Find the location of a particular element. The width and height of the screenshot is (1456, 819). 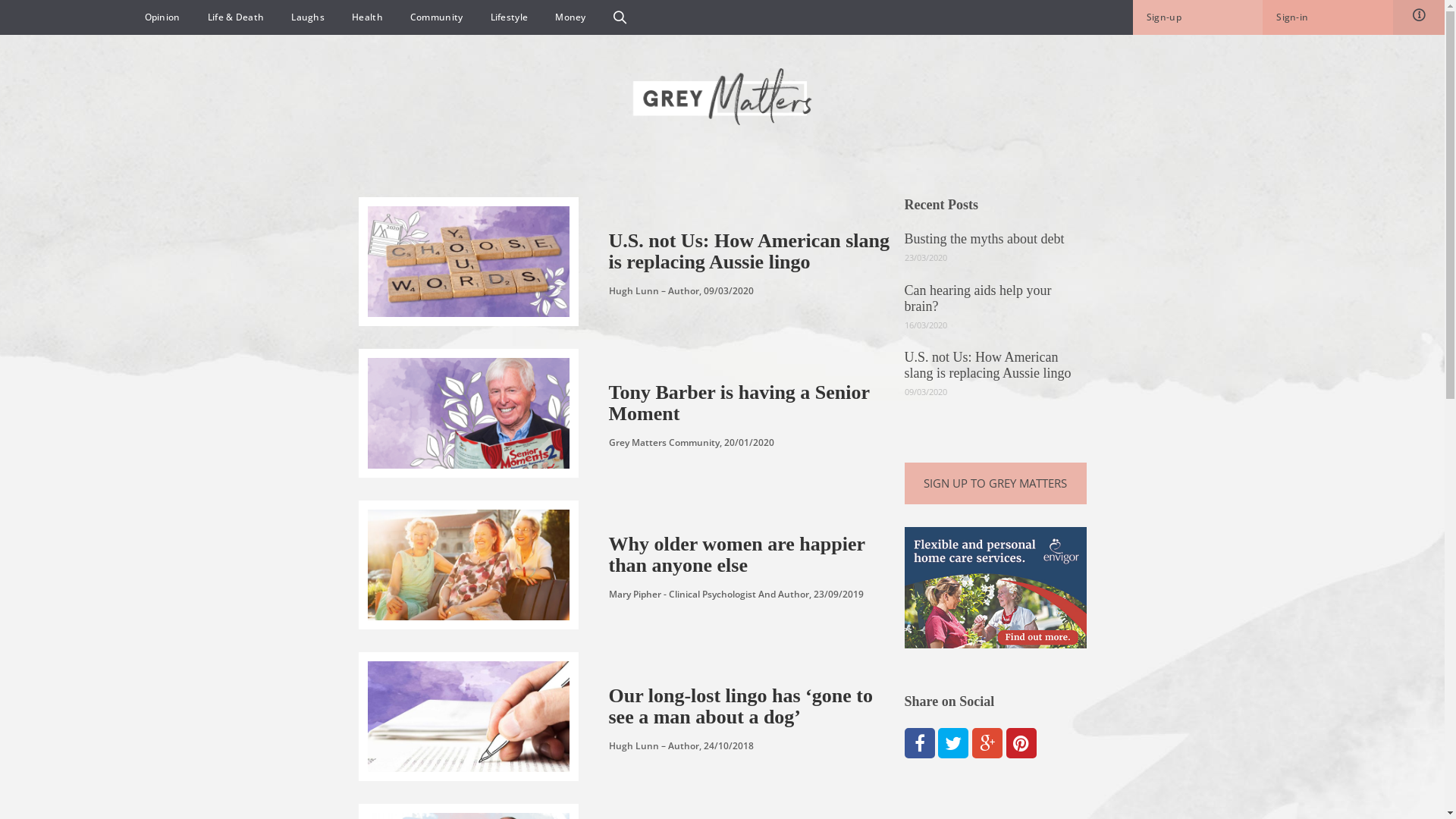

'Laughs' is located at coordinates (307, 17).